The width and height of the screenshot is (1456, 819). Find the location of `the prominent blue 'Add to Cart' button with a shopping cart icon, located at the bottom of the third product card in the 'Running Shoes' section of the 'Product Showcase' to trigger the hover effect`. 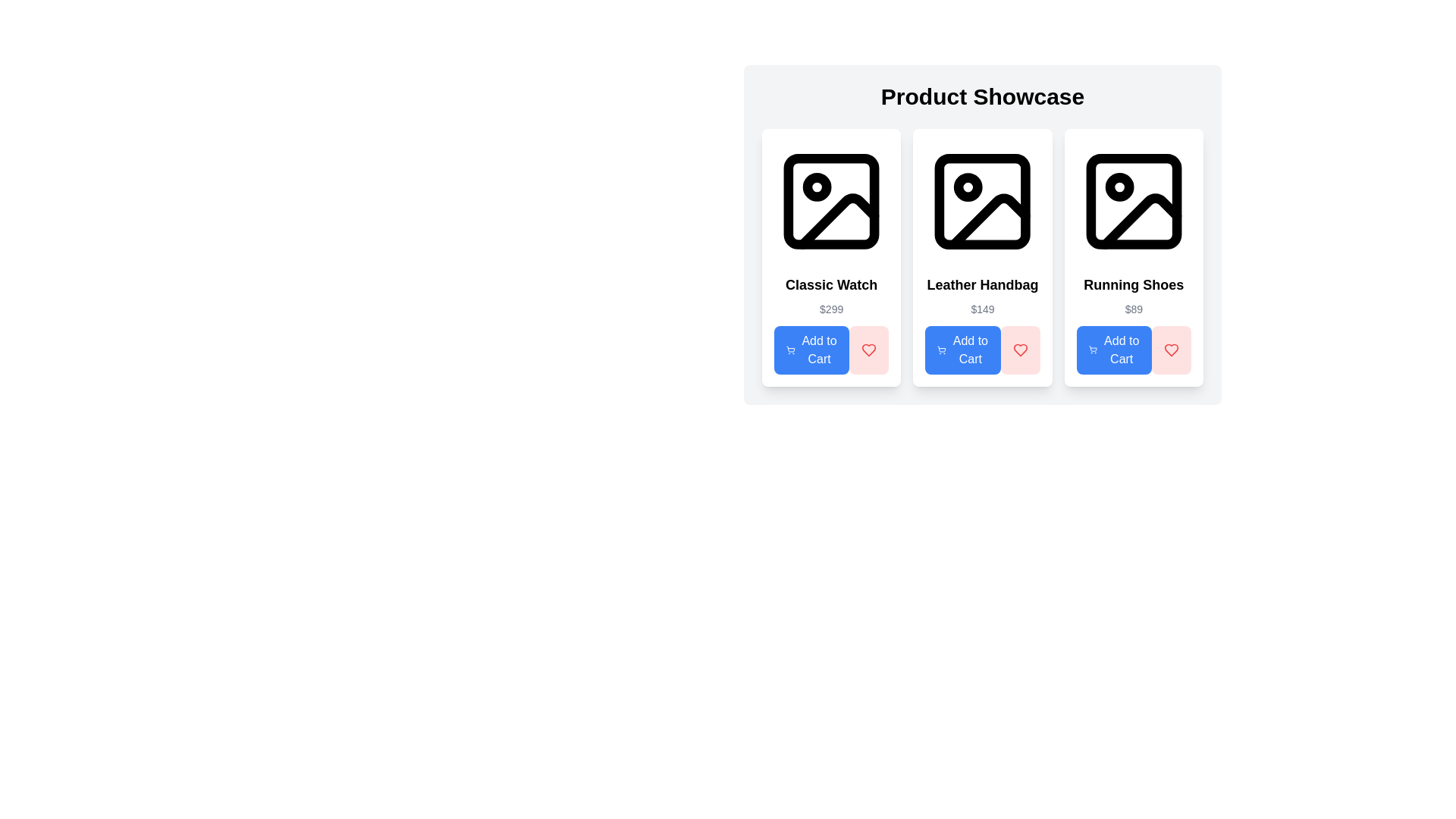

the prominent blue 'Add to Cart' button with a shopping cart icon, located at the bottom of the third product card in the 'Running Shoes' section of the 'Product Showcase' to trigger the hover effect is located at coordinates (1114, 350).